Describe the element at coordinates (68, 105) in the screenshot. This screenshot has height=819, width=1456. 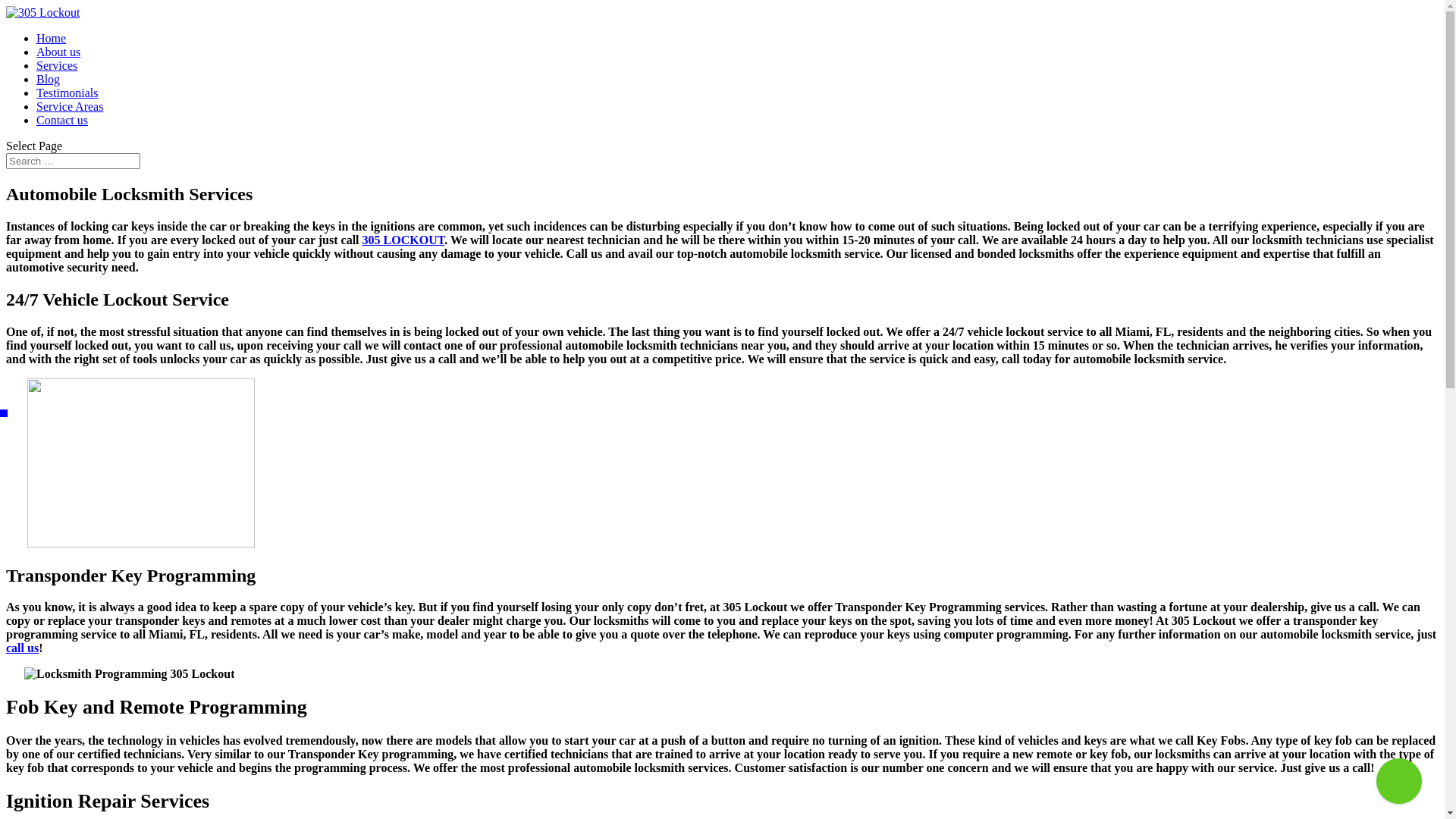
I see `'Service Areas'` at that location.